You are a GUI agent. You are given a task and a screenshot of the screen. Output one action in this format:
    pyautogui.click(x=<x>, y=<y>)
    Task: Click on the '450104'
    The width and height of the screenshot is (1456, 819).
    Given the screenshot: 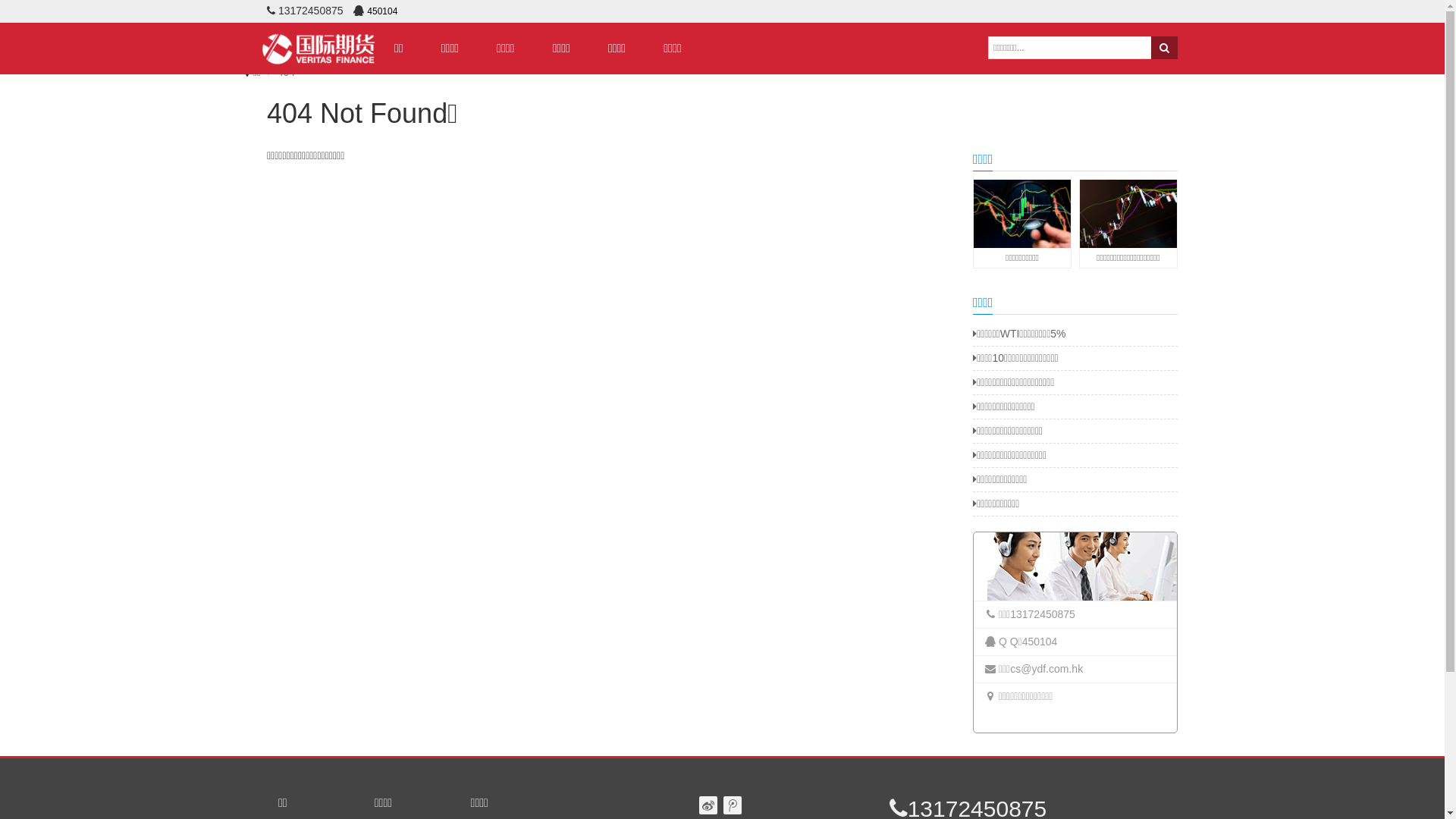 What is the action you would take?
    pyautogui.click(x=1039, y=641)
    